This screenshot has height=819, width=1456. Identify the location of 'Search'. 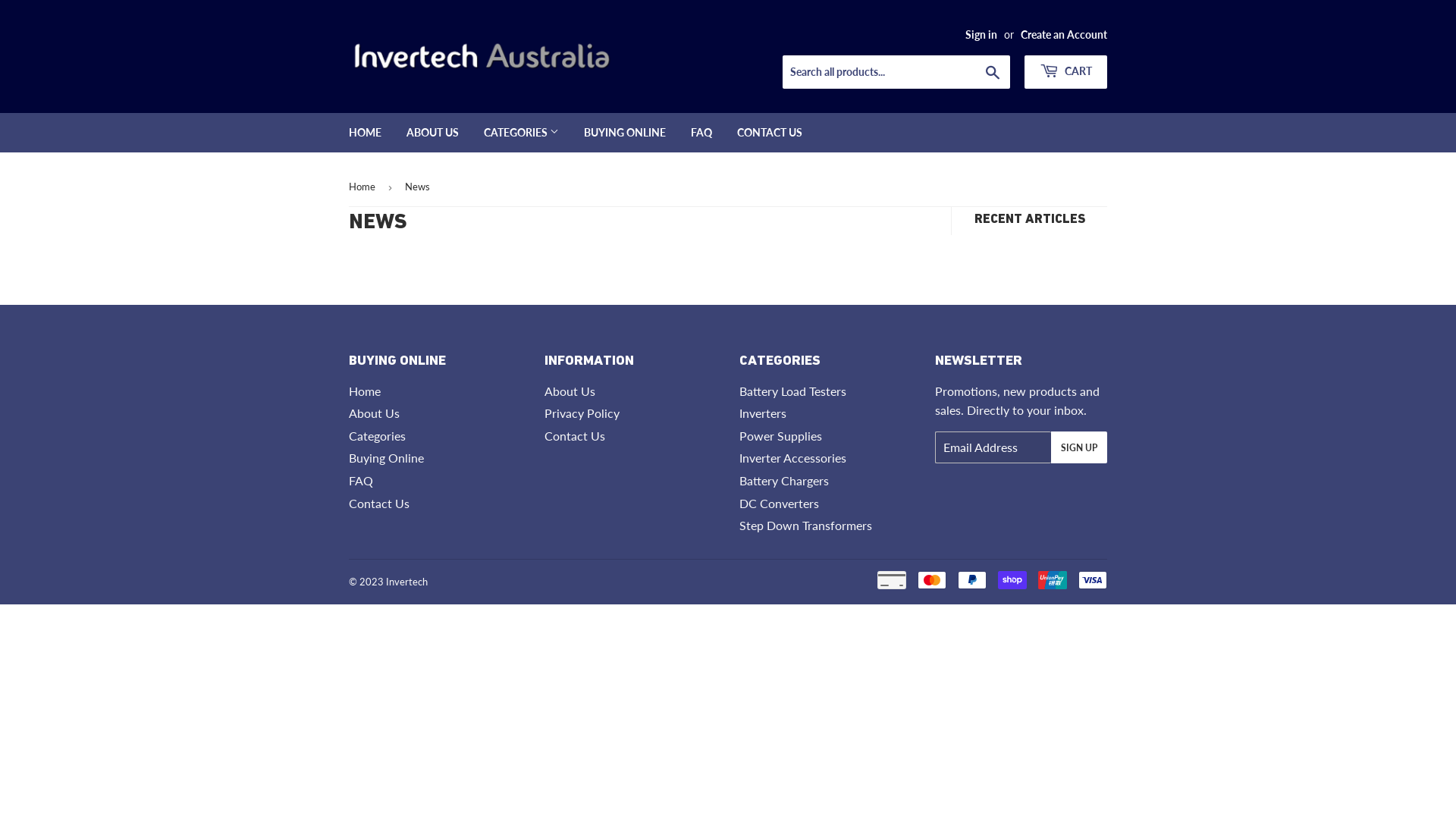
(993, 73).